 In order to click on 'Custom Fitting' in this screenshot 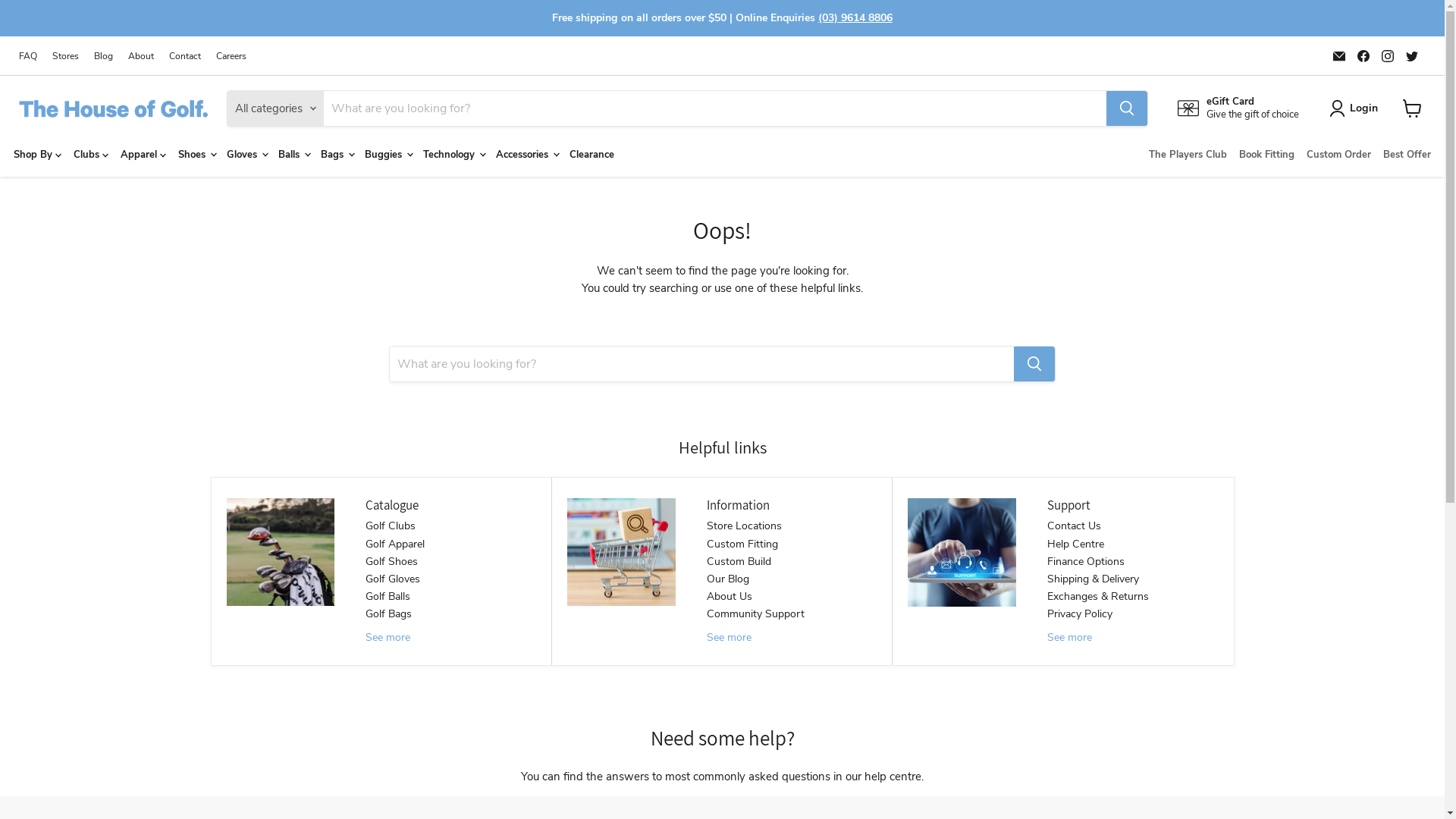, I will do `click(705, 543)`.